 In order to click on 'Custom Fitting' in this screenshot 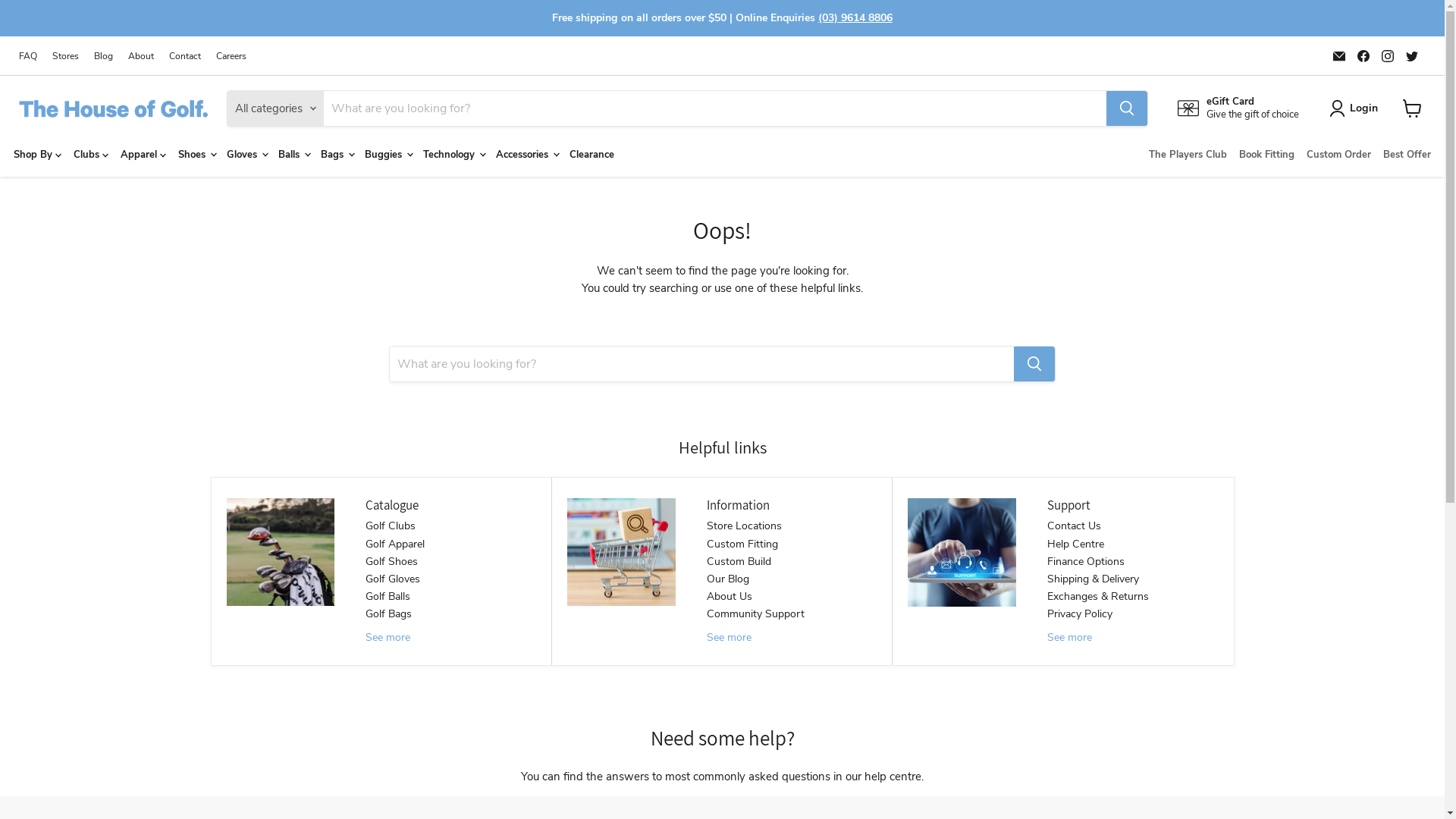, I will do `click(705, 543)`.